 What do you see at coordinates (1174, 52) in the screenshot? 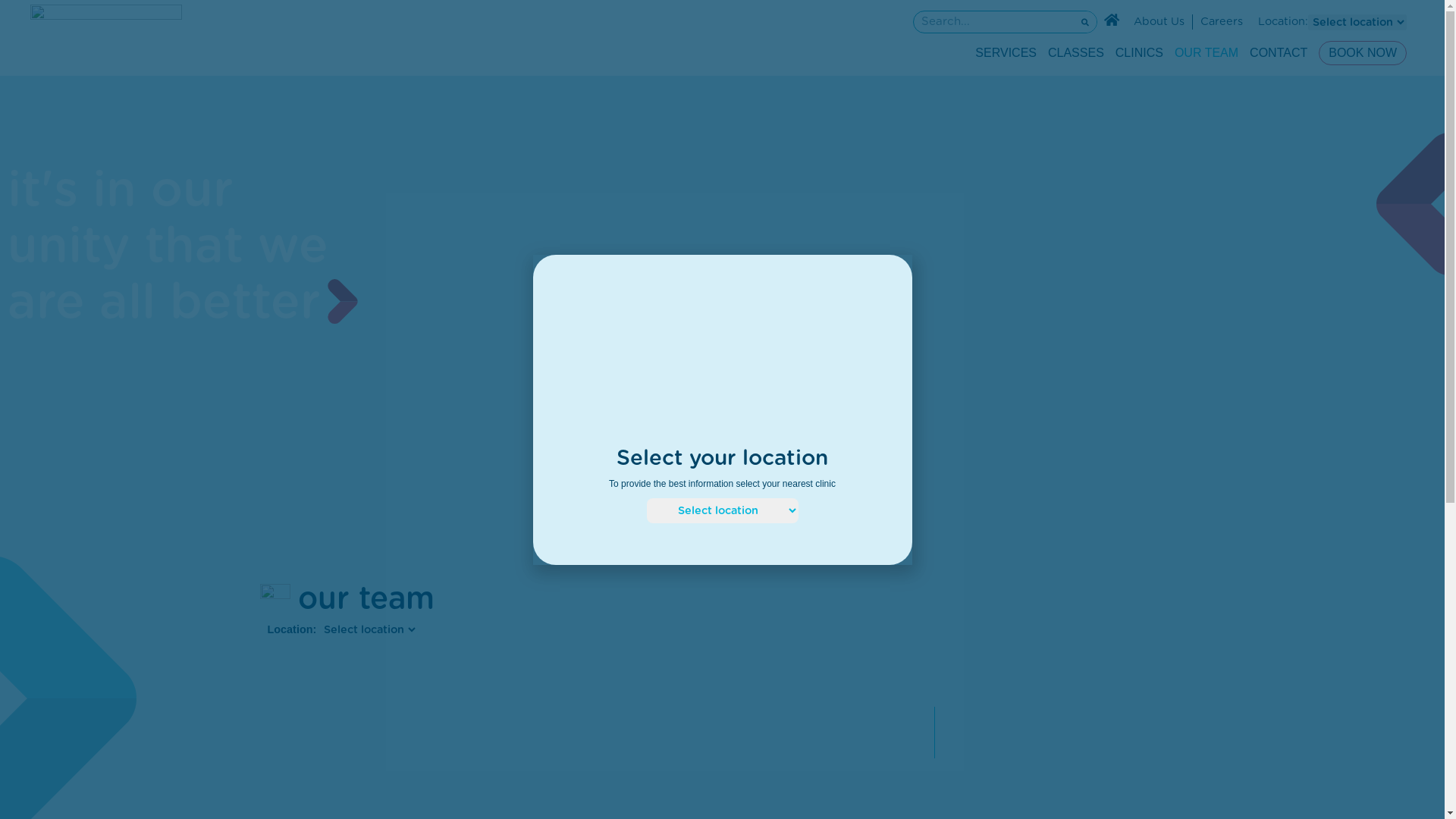
I see `'OUR TEAM'` at bounding box center [1174, 52].